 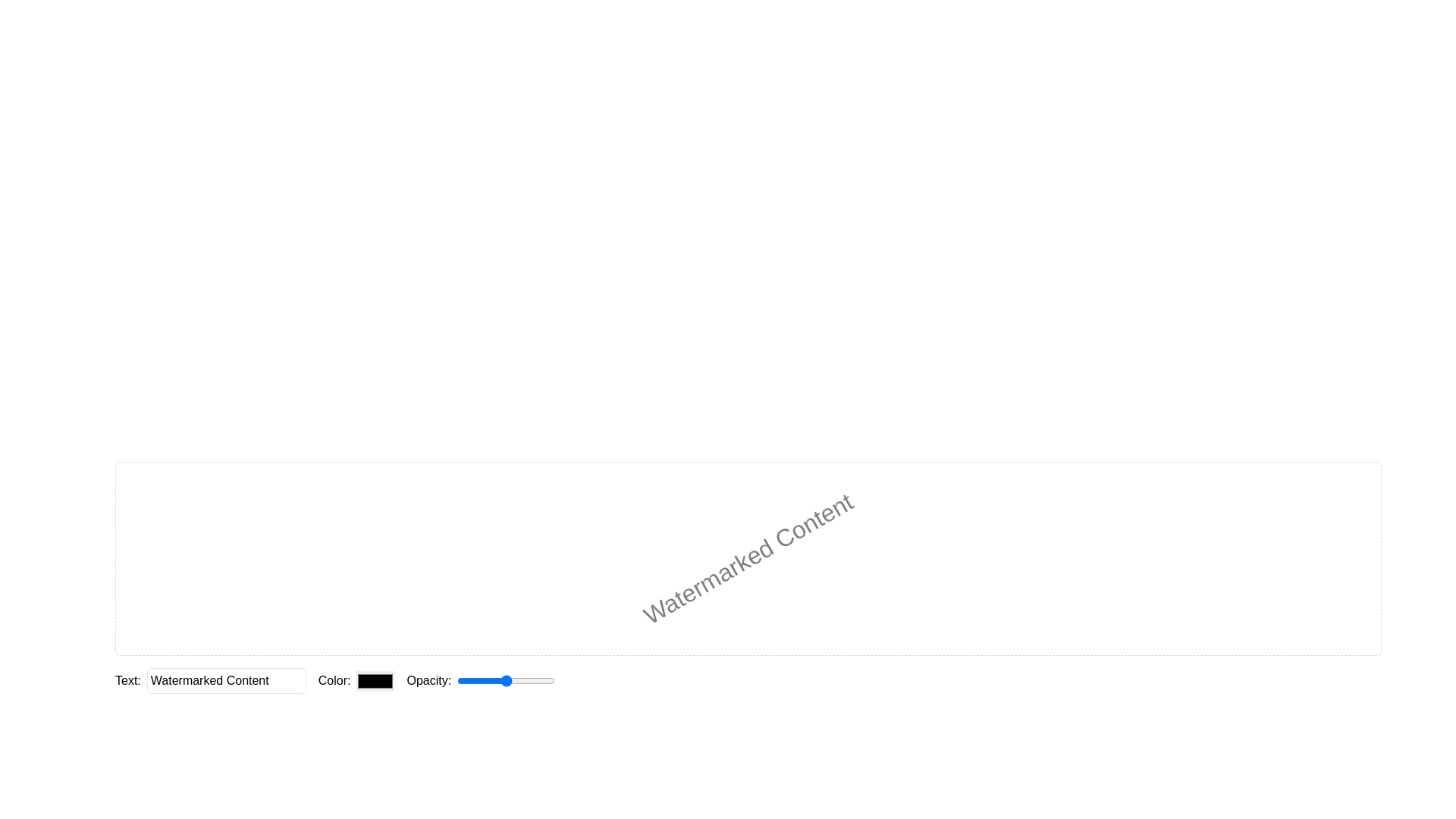 What do you see at coordinates (356, 680) in the screenshot?
I see `the Color input field labeled 'Color:' which displays the currently selected color, black` at bounding box center [356, 680].